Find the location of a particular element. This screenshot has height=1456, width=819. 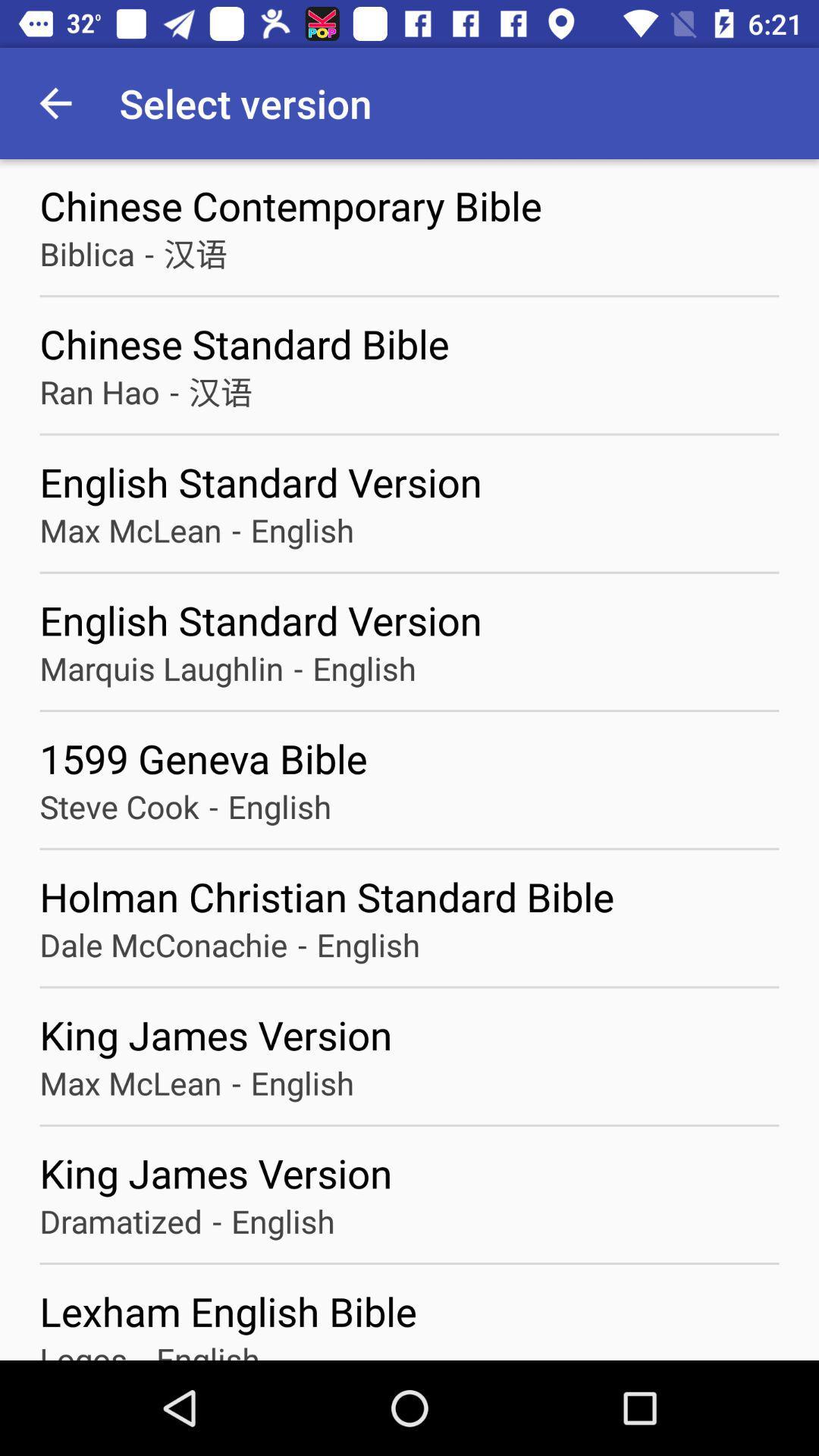

- icon is located at coordinates (302, 943).